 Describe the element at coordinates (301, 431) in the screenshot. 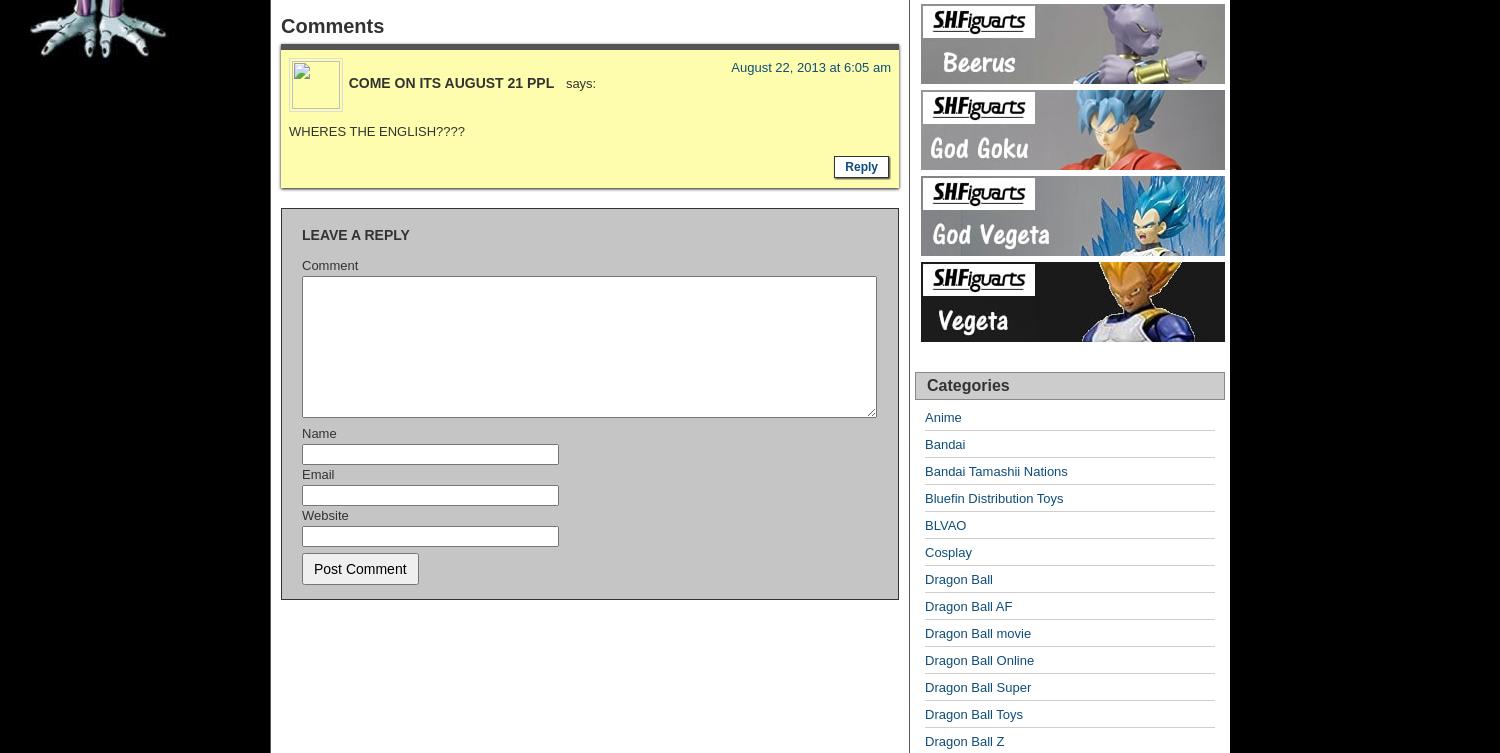

I see `'Name'` at that location.